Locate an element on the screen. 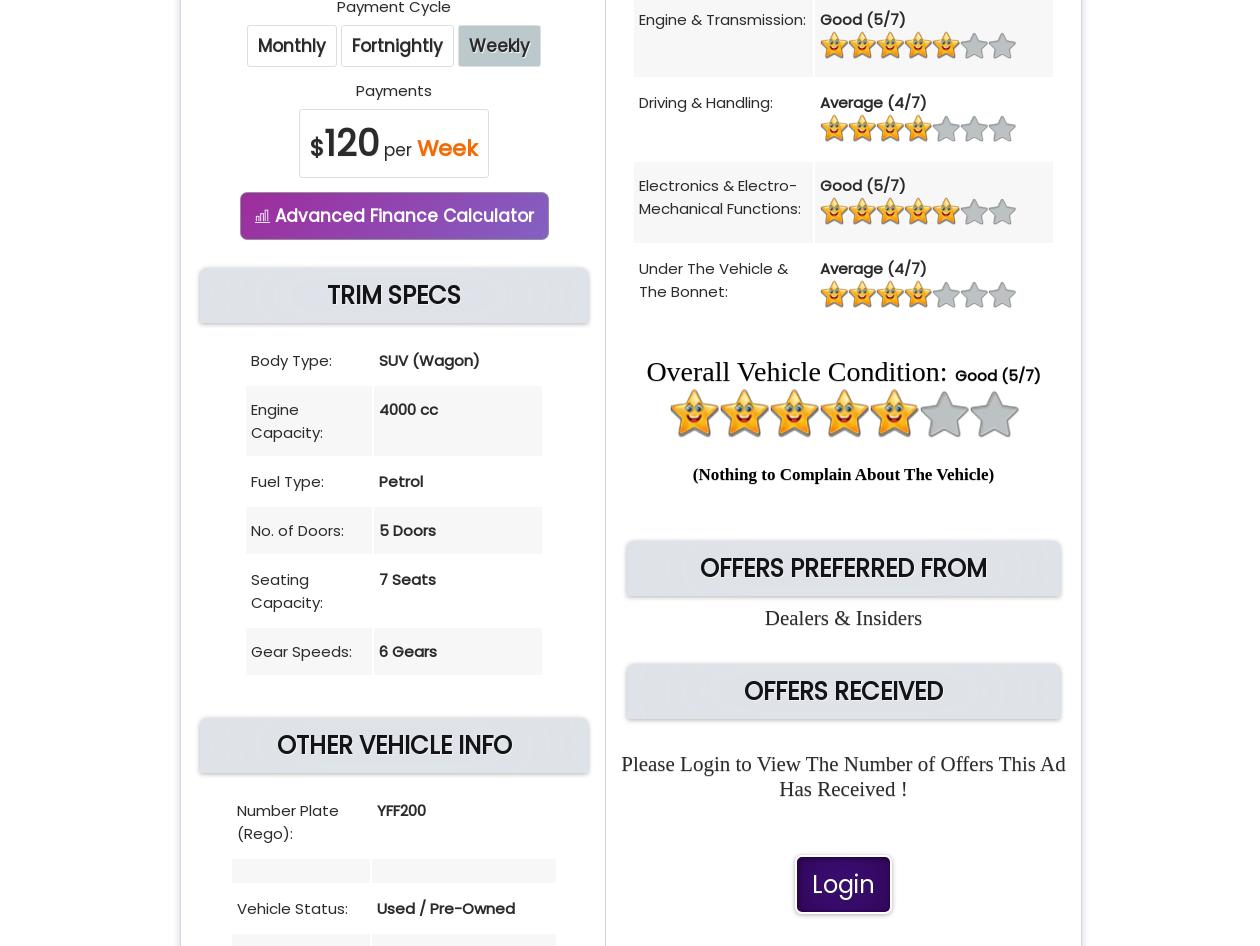 This screenshot has height=946, width=1260. 'Seating Capacity:' is located at coordinates (287, 589).